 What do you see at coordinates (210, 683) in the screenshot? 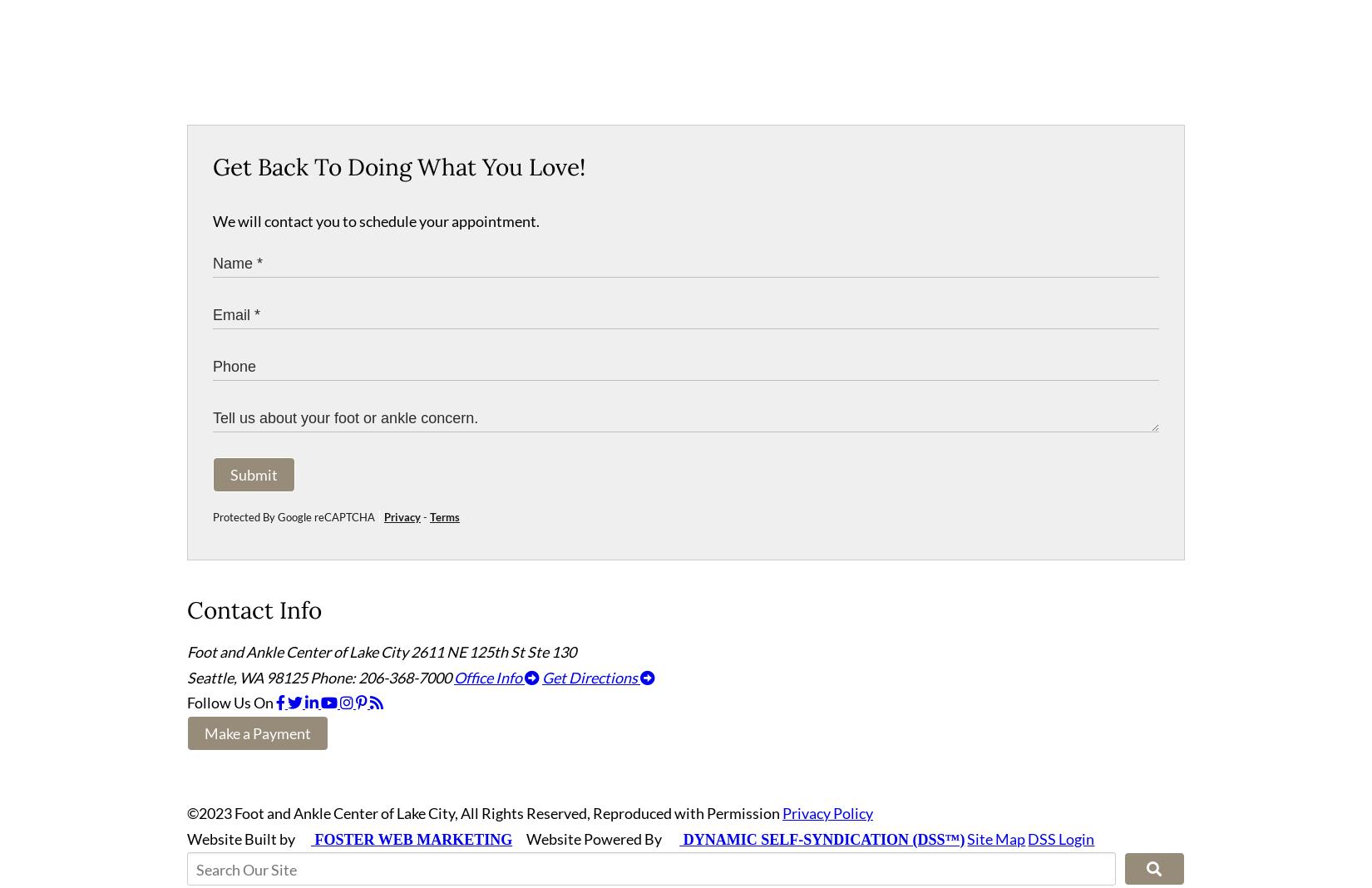
I see `'Seattle'` at bounding box center [210, 683].